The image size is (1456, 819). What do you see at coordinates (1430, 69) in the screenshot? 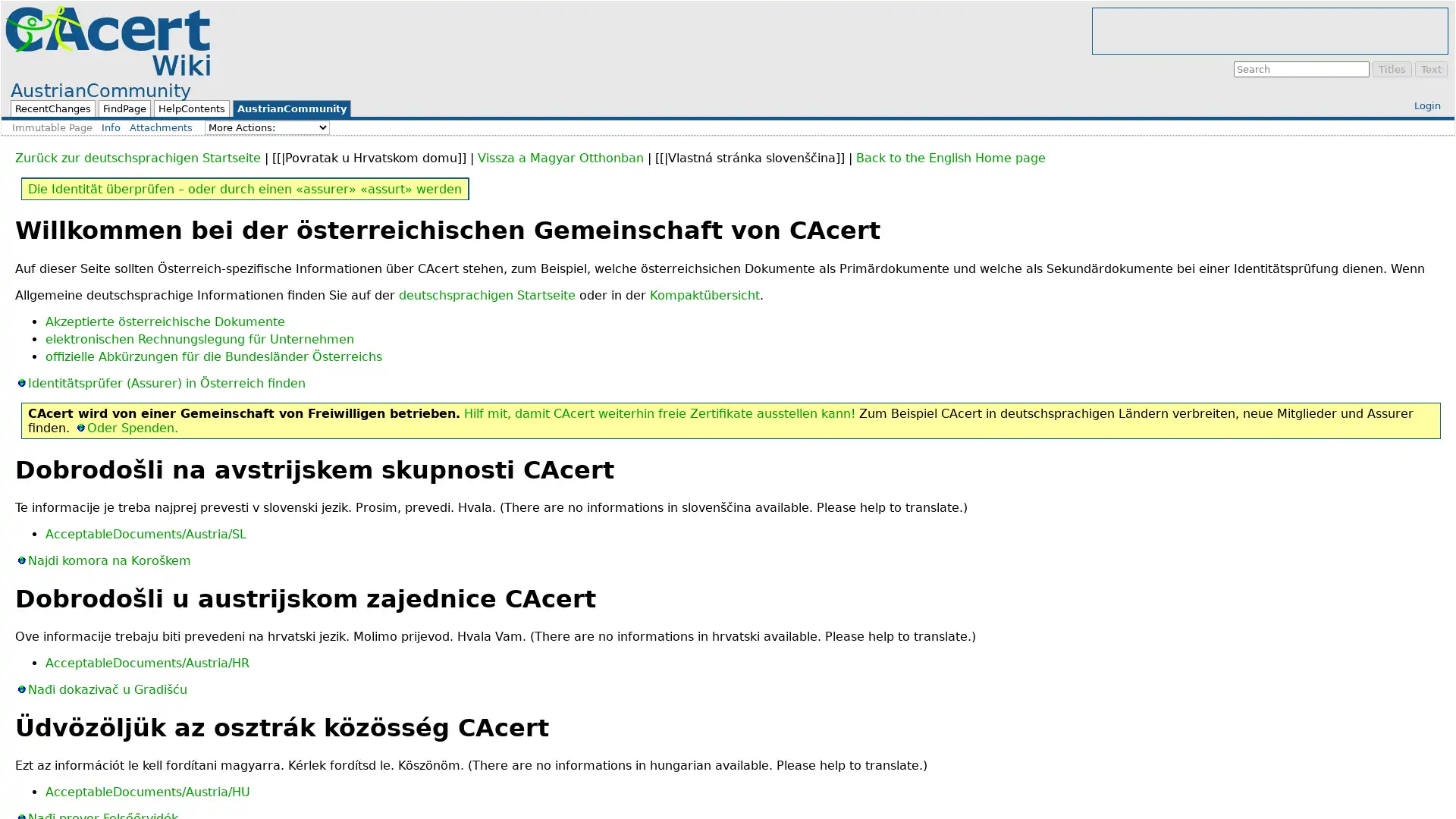
I see `Text` at bounding box center [1430, 69].